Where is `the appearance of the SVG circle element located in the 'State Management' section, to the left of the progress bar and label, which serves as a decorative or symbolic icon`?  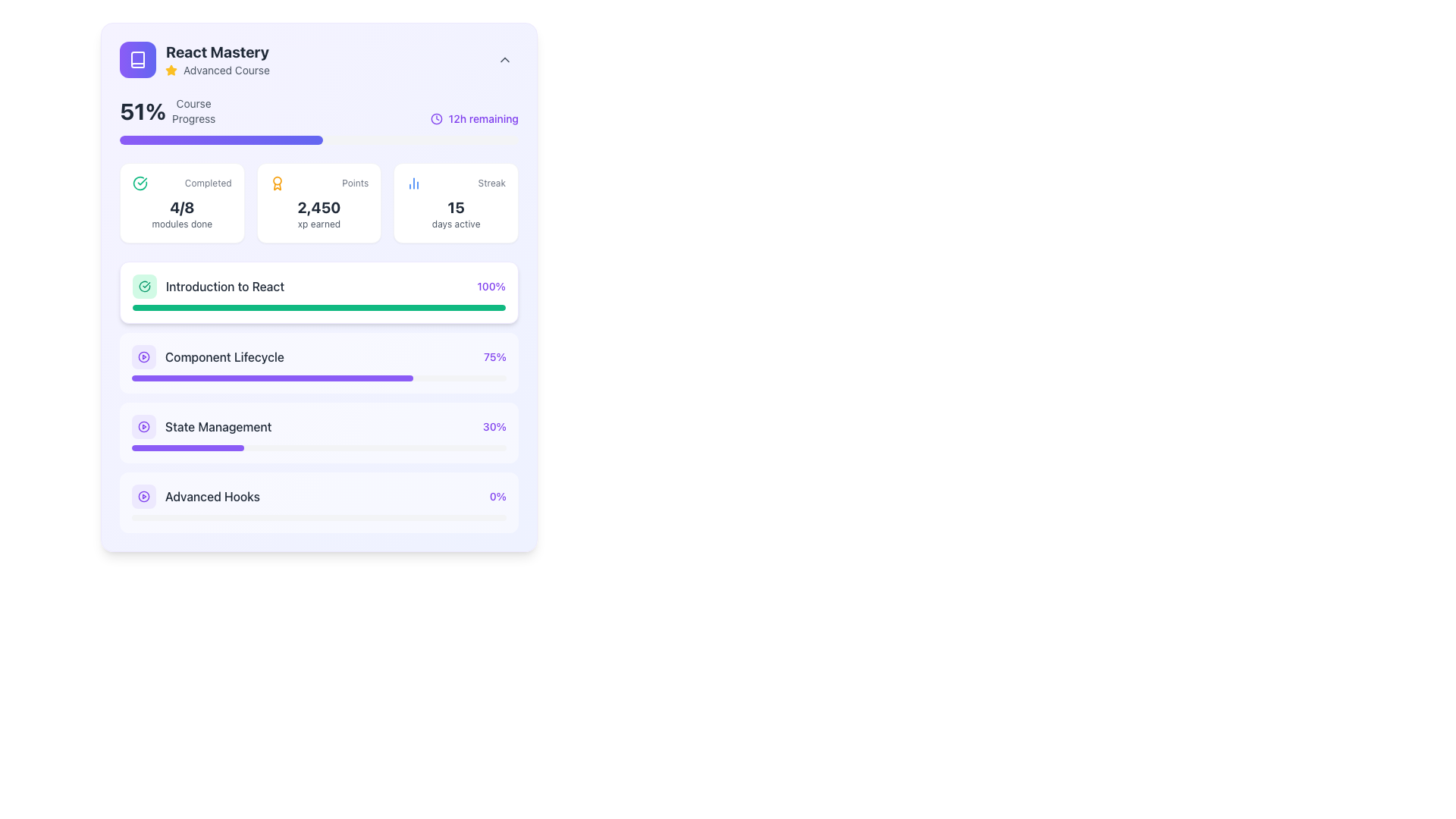 the appearance of the SVG circle element located in the 'State Management' section, to the left of the progress bar and label, which serves as a decorative or symbolic icon is located at coordinates (144, 427).